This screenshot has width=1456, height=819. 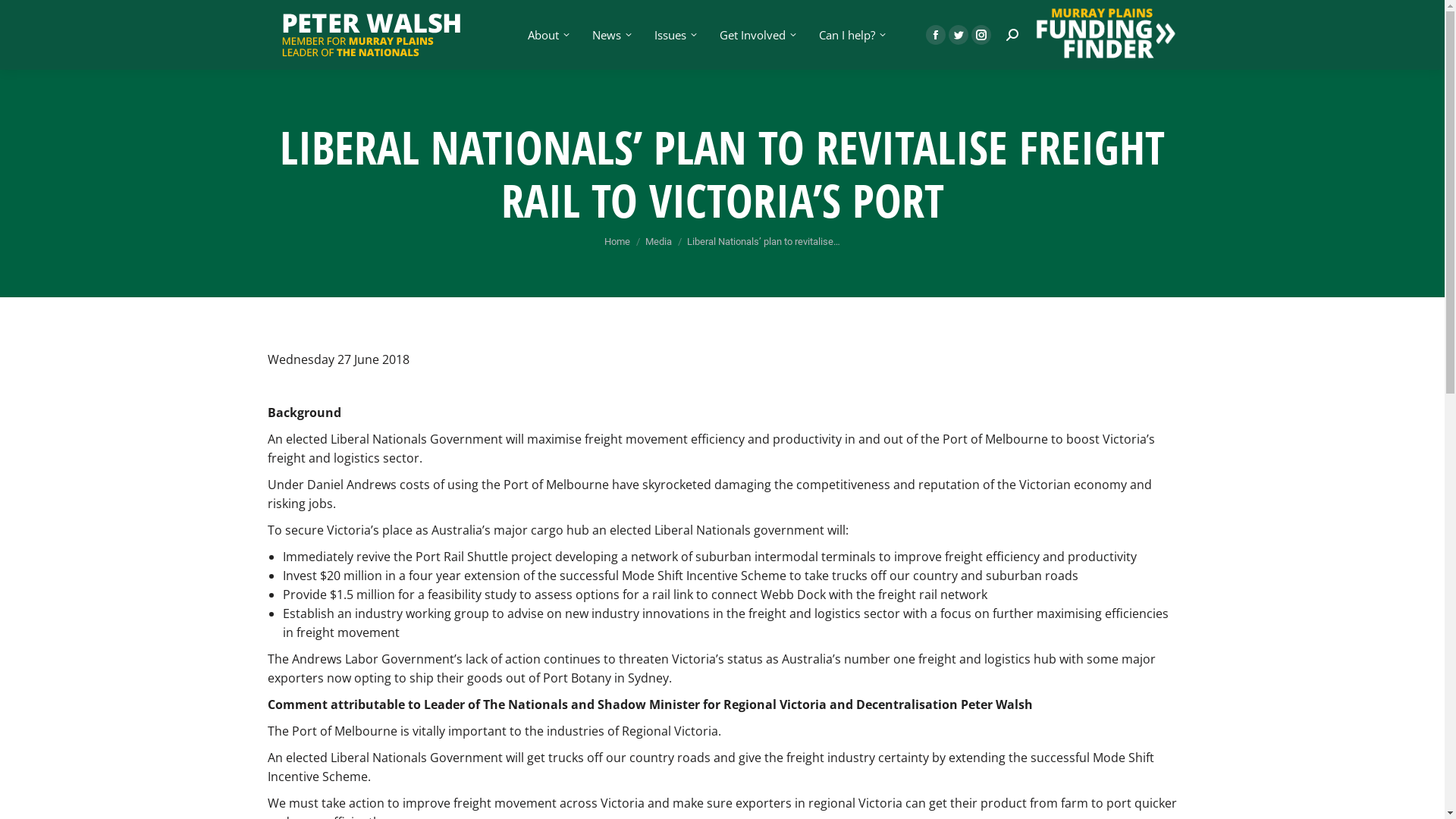 What do you see at coordinates (851, 34) in the screenshot?
I see `'Can I help?'` at bounding box center [851, 34].